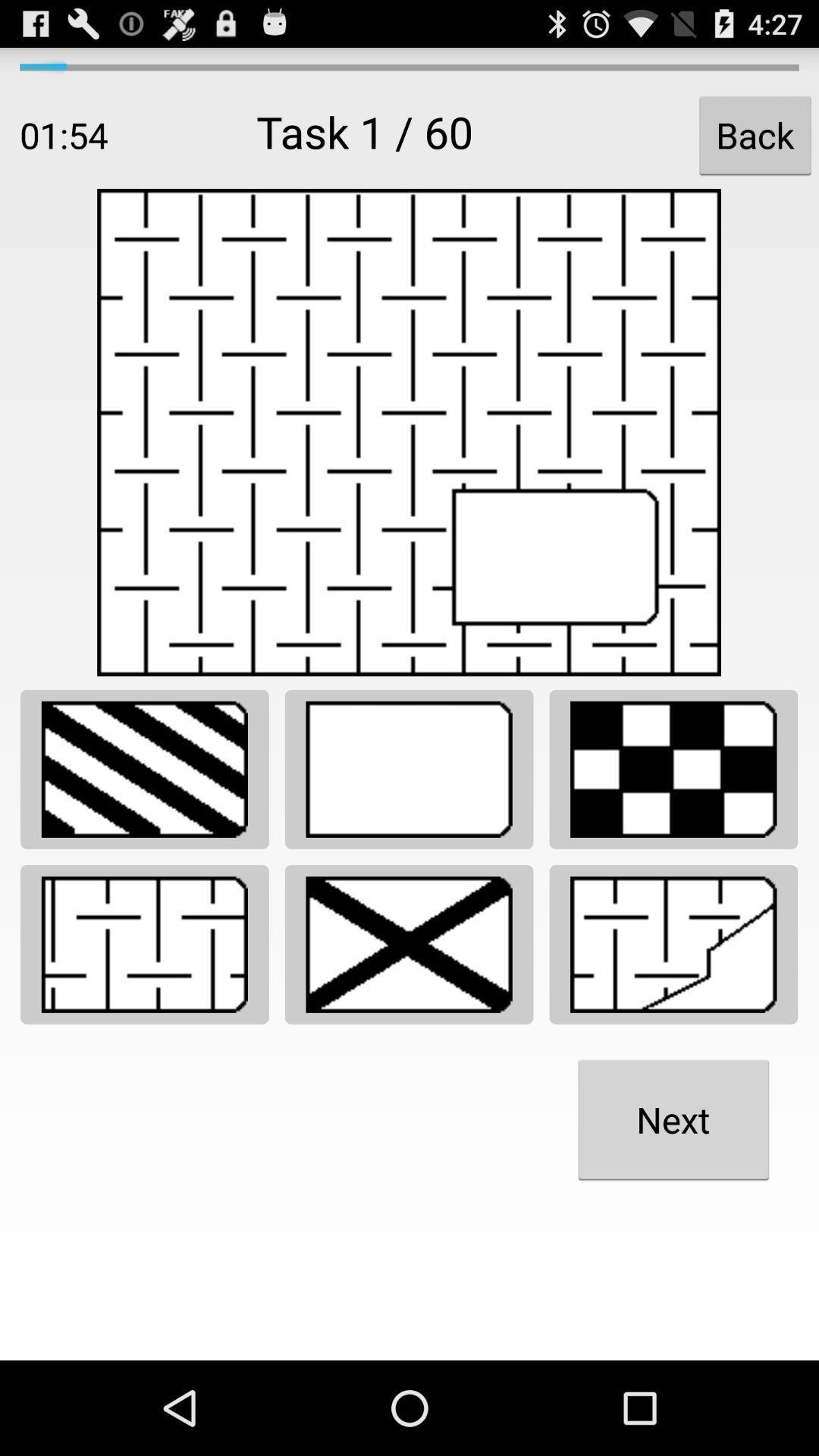 Image resolution: width=819 pixels, height=1456 pixels. I want to click on back item, so click(755, 135).